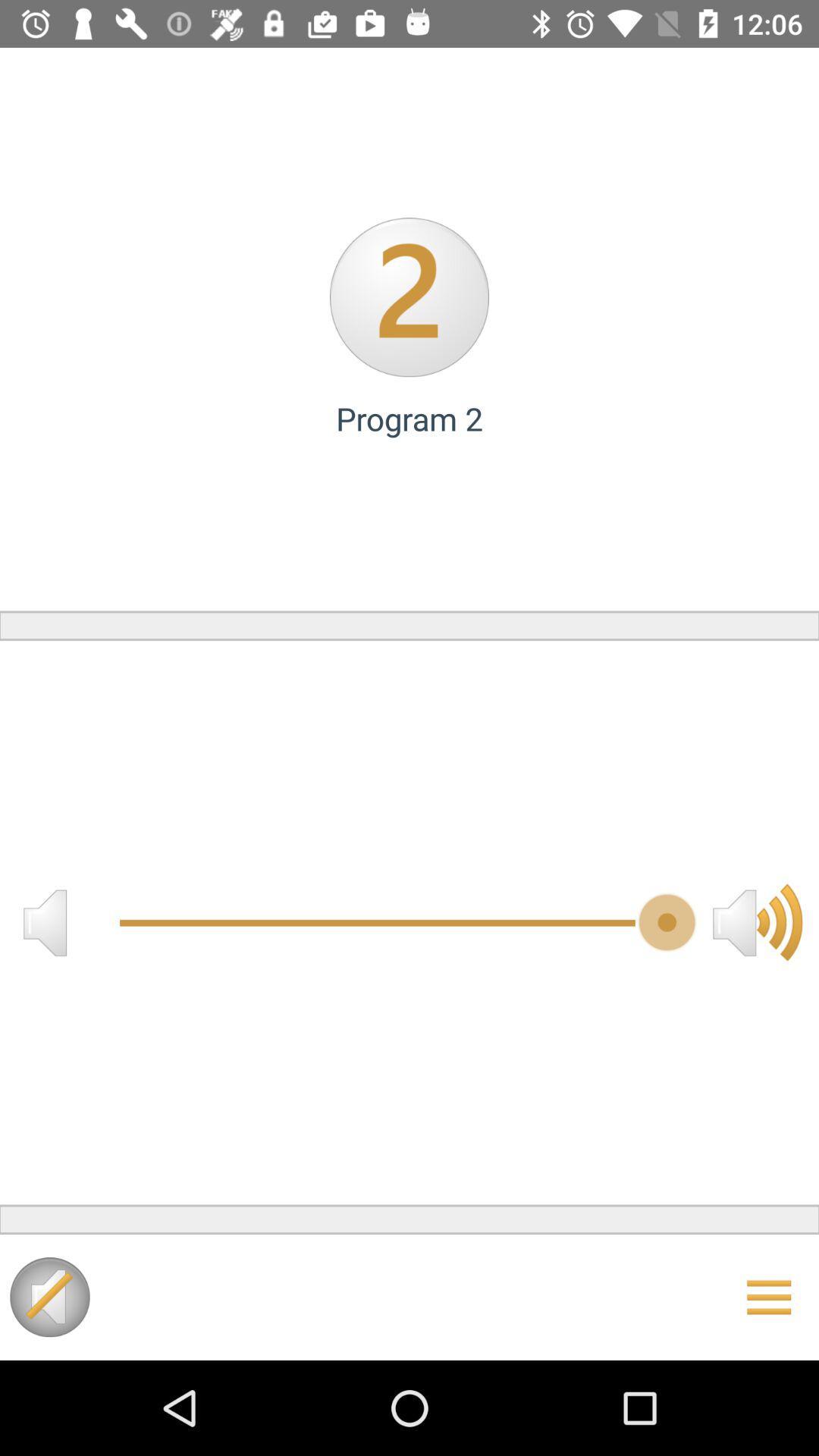 The width and height of the screenshot is (819, 1456). Describe the element at coordinates (44, 921) in the screenshot. I see `lower volume` at that location.